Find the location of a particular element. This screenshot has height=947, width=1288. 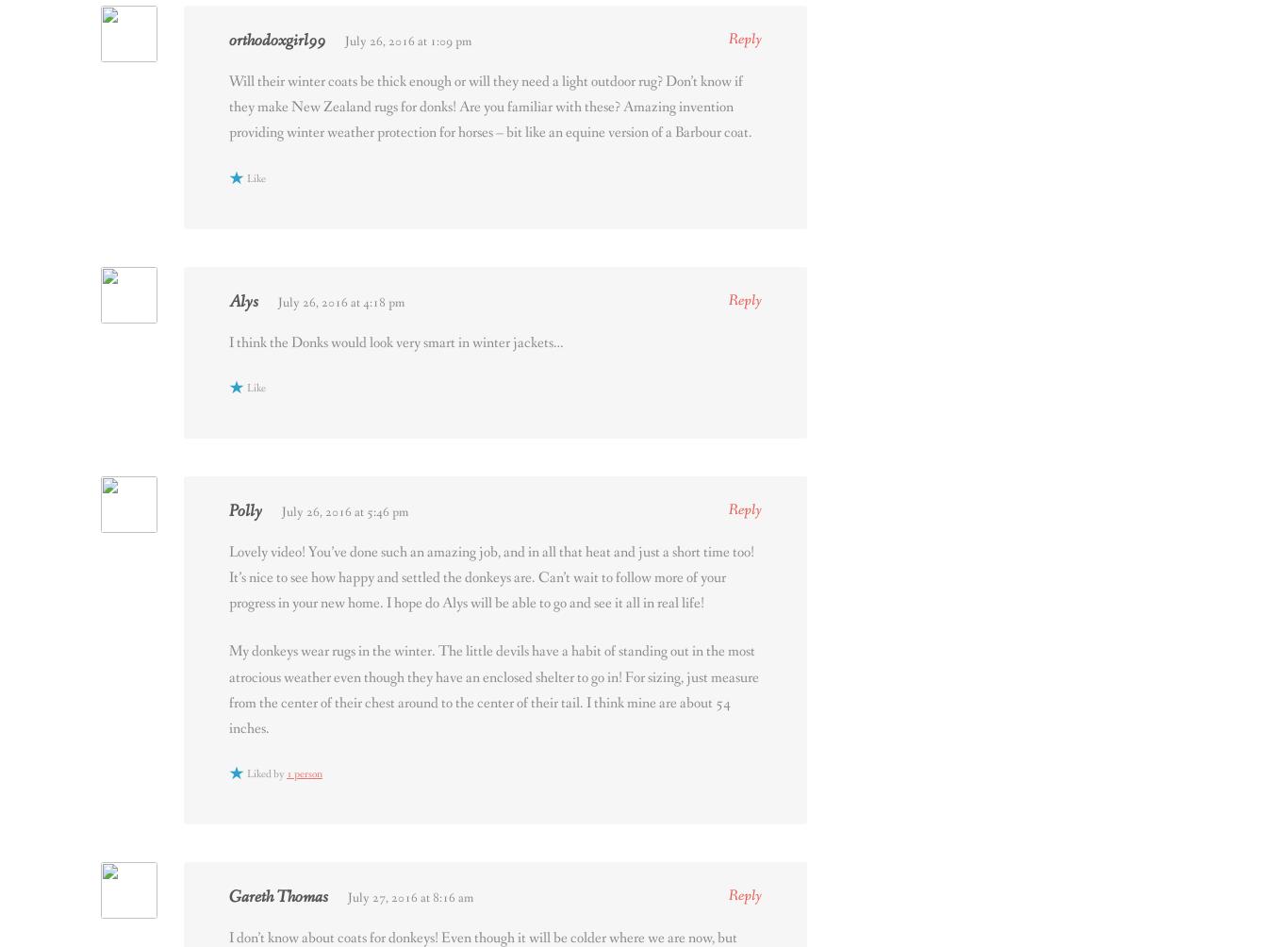

'Polly' is located at coordinates (245, 509).